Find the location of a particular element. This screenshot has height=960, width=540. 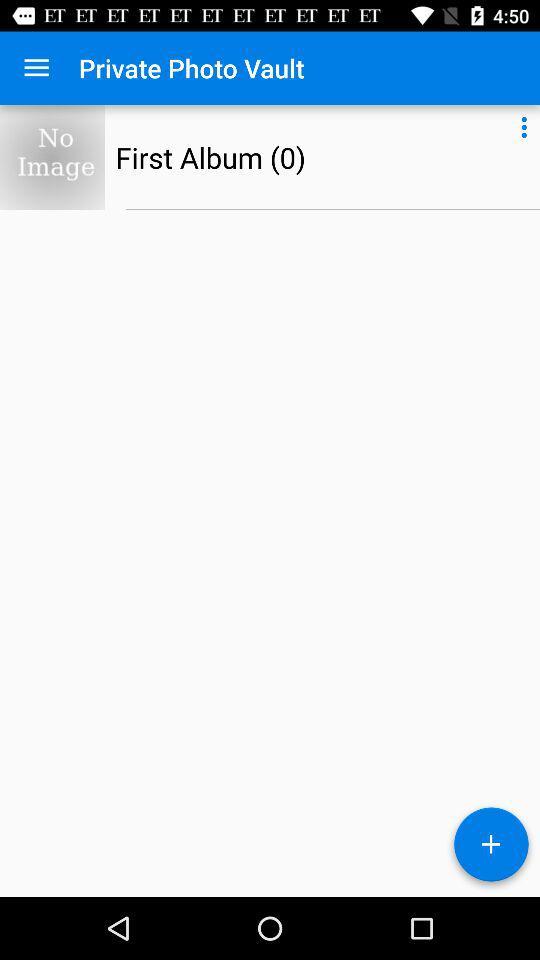

the add icon is located at coordinates (490, 847).